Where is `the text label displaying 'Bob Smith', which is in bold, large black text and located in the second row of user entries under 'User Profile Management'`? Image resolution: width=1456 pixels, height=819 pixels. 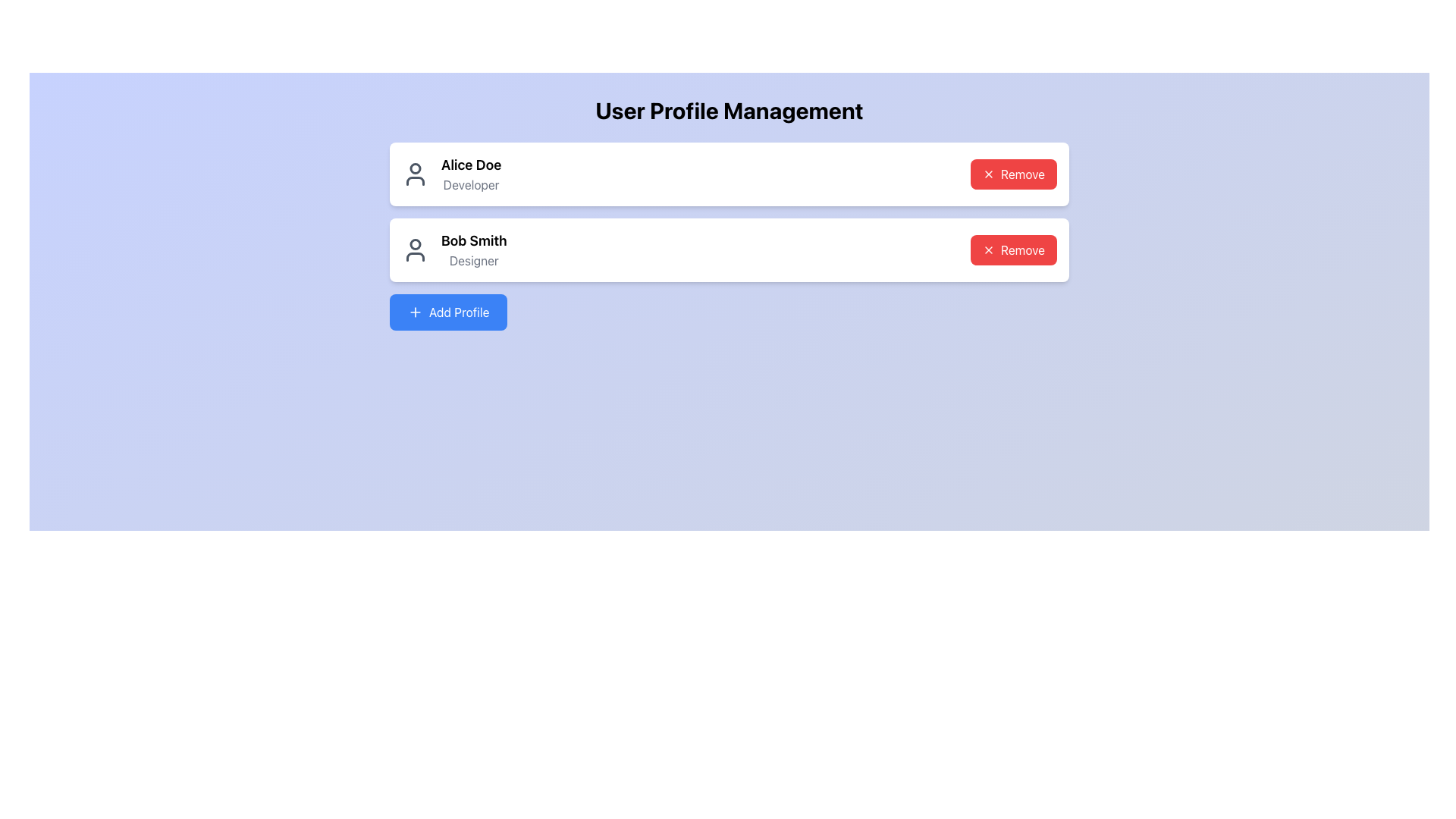 the text label displaying 'Bob Smith', which is in bold, large black text and located in the second row of user entries under 'User Profile Management' is located at coordinates (473, 249).